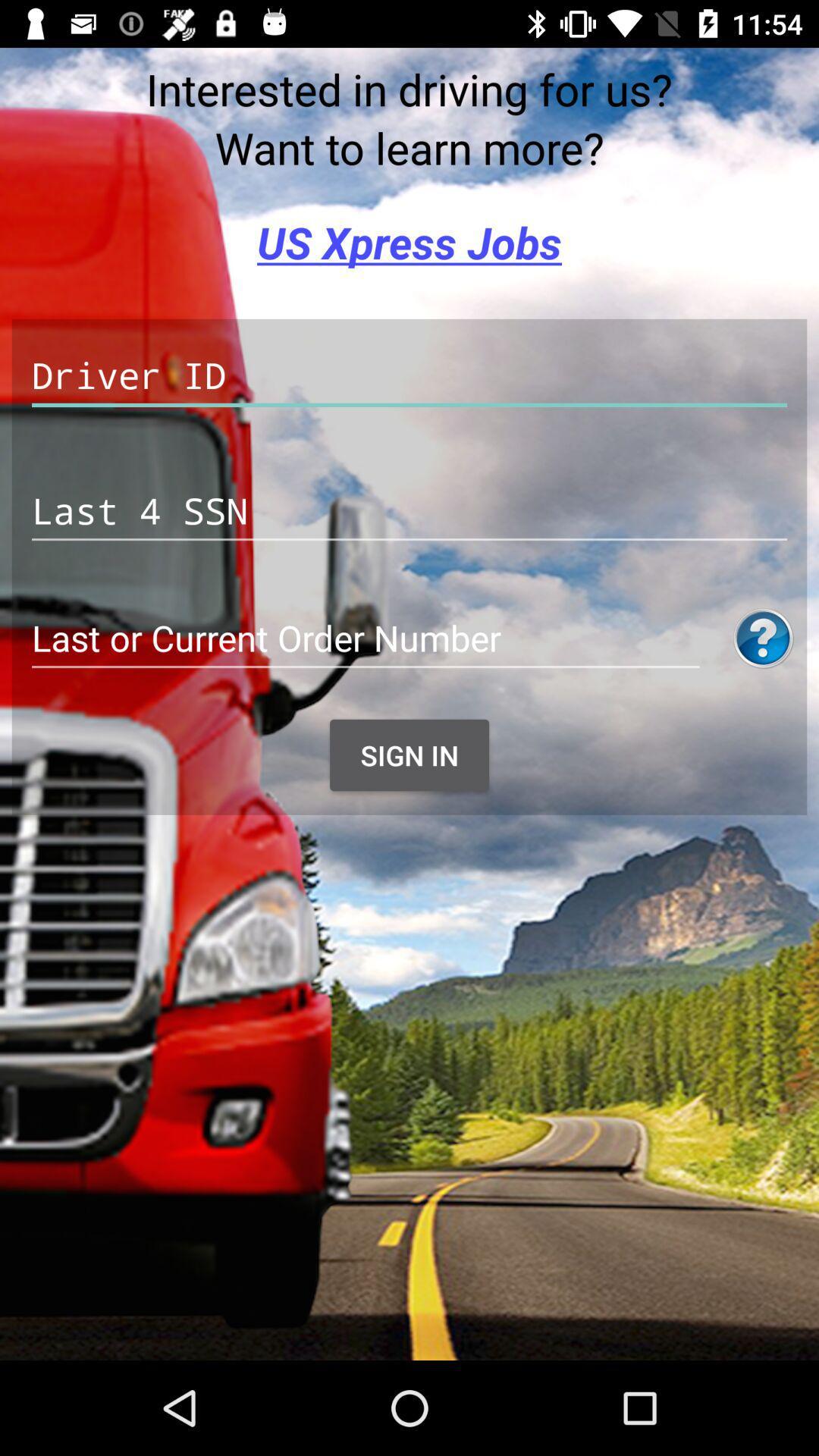  I want to click on the help icon, so click(763, 639).